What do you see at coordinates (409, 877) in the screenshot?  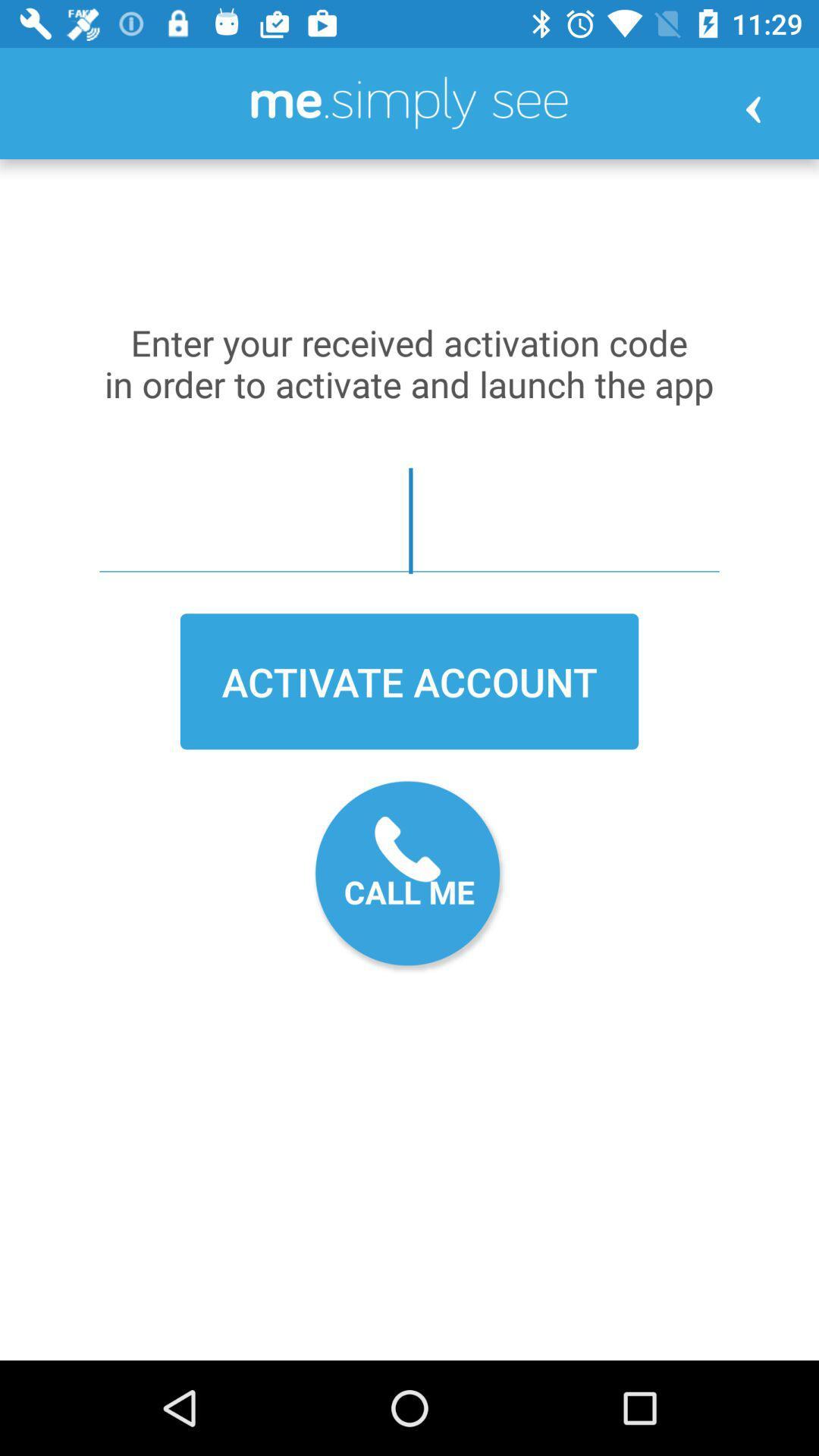 I see `to receive a call for activation code` at bounding box center [409, 877].